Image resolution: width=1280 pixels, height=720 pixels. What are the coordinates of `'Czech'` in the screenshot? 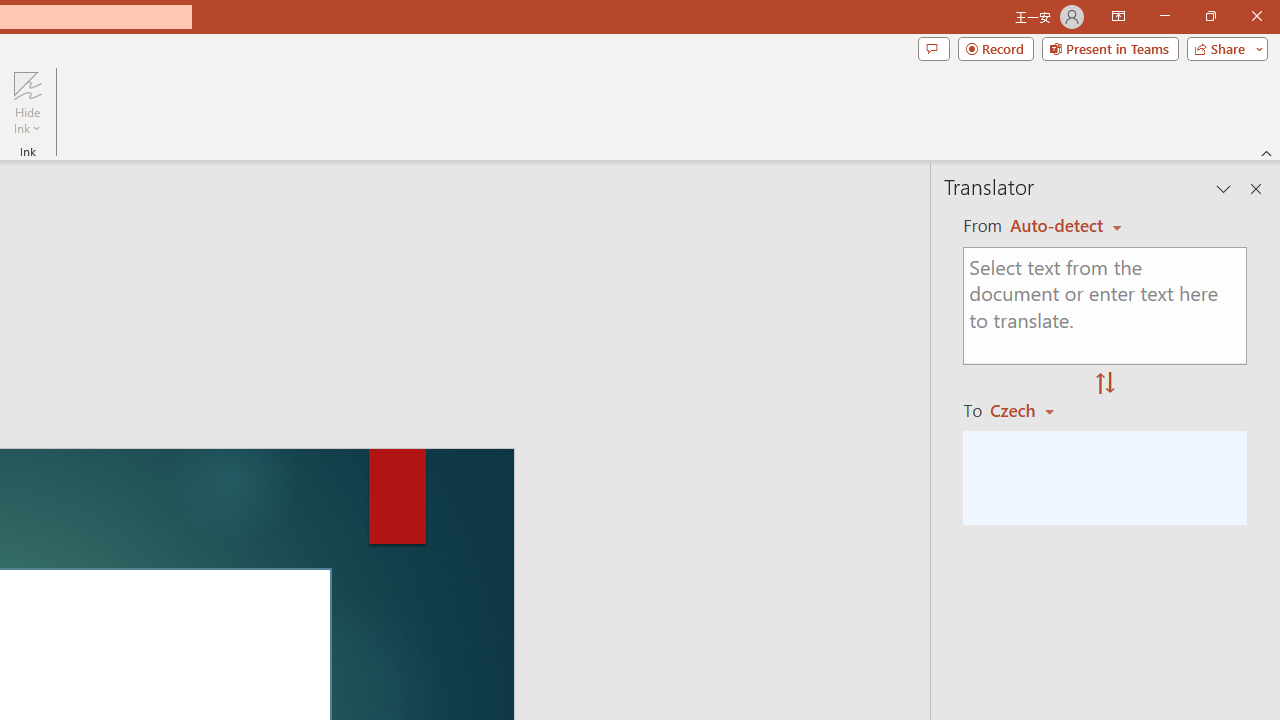 It's located at (1031, 409).